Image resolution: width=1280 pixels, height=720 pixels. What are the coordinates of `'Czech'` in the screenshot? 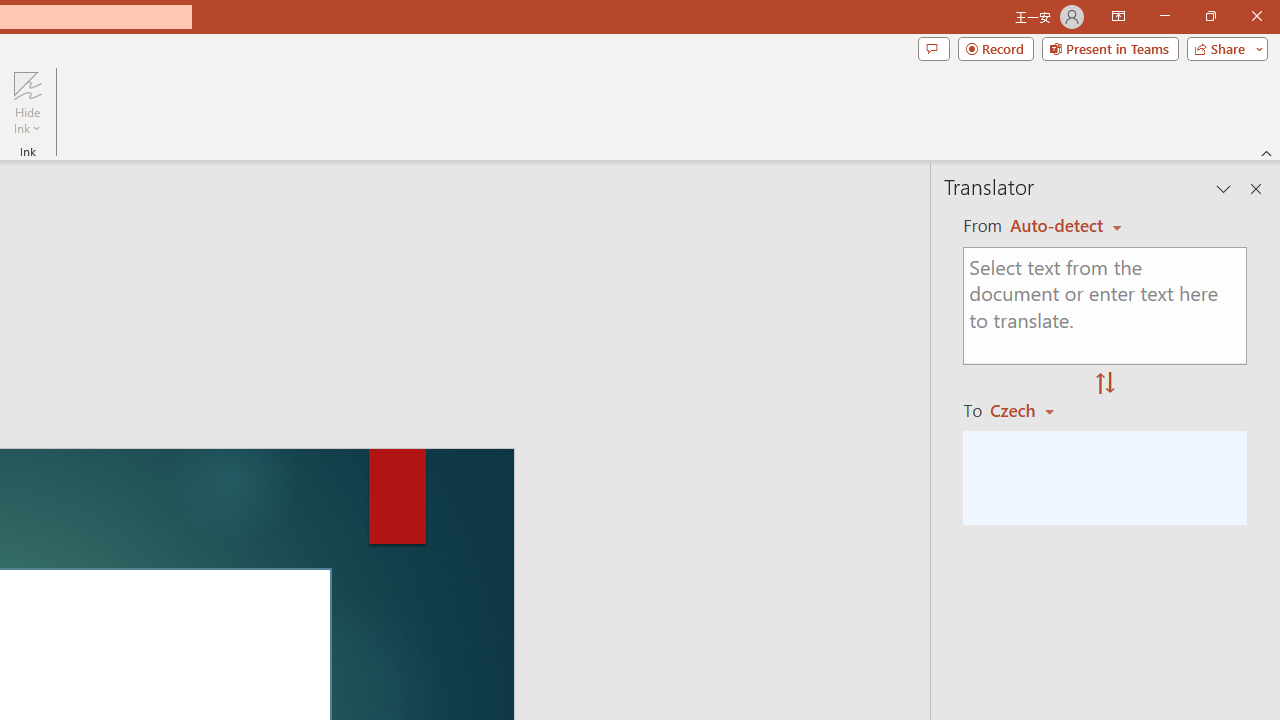 It's located at (1031, 409).